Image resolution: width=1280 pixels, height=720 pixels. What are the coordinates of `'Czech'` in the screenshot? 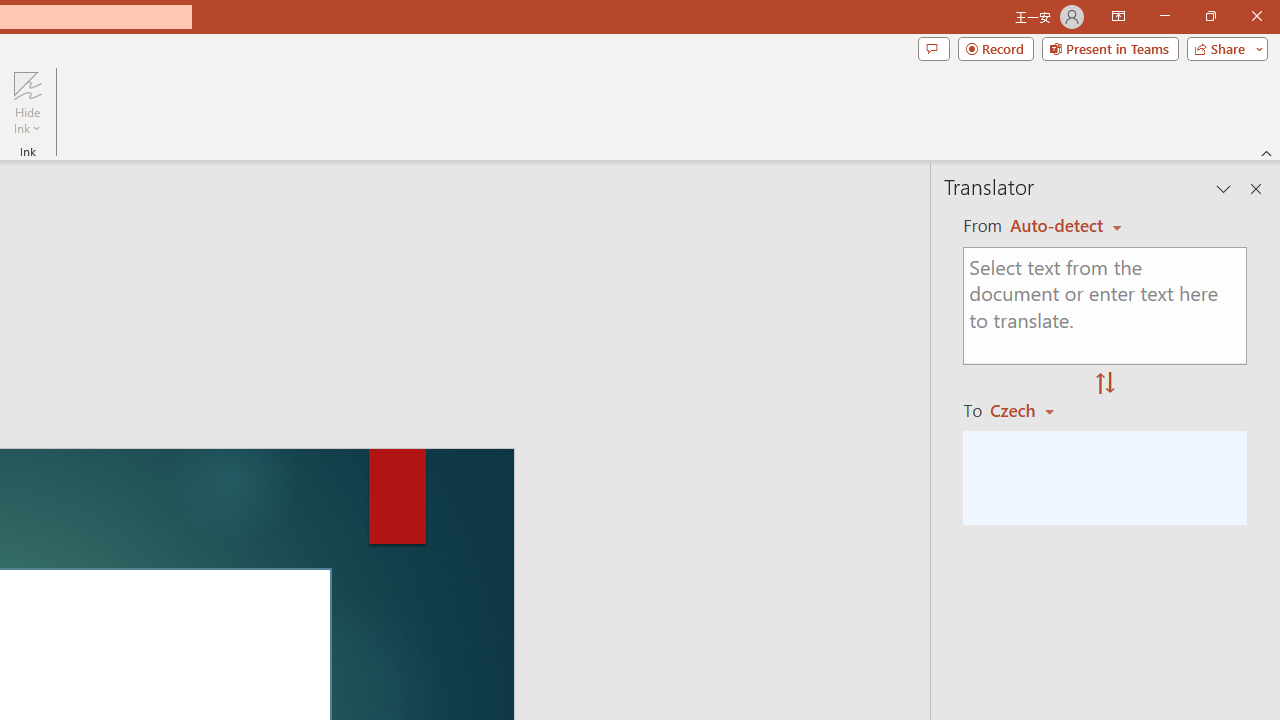 It's located at (1031, 409).